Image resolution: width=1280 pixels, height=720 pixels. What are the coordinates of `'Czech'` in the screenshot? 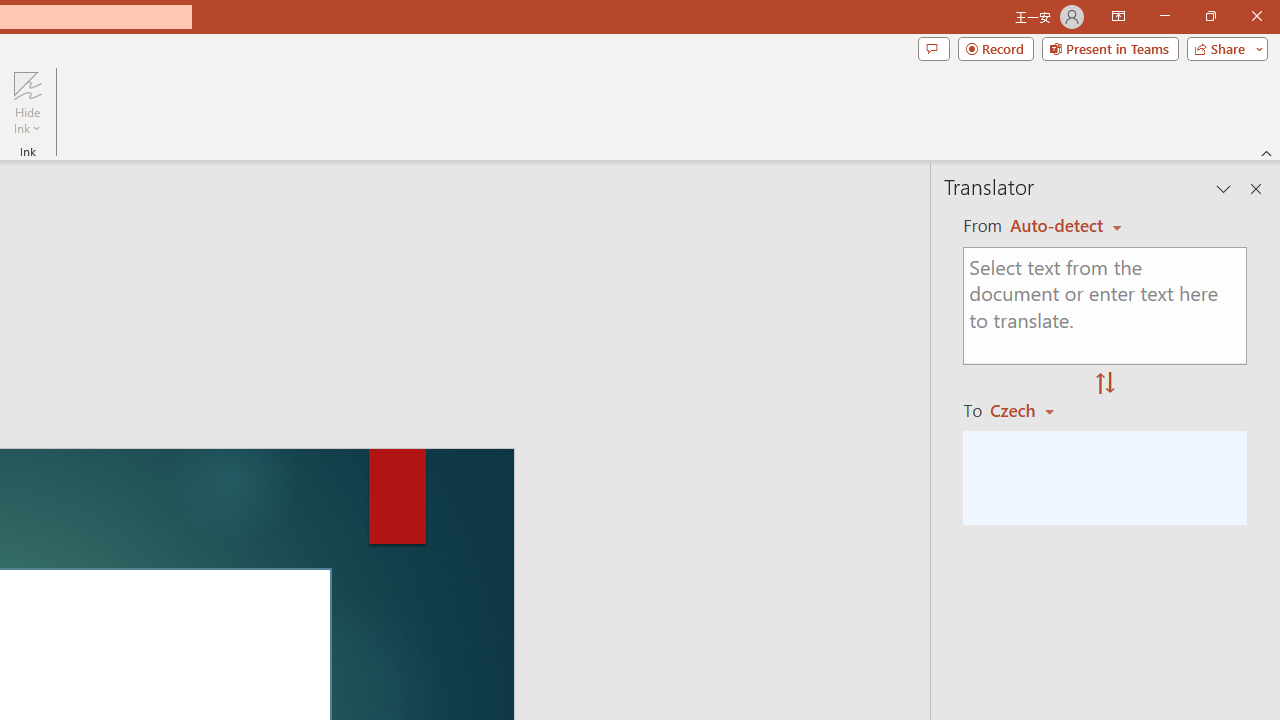 It's located at (1031, 409).